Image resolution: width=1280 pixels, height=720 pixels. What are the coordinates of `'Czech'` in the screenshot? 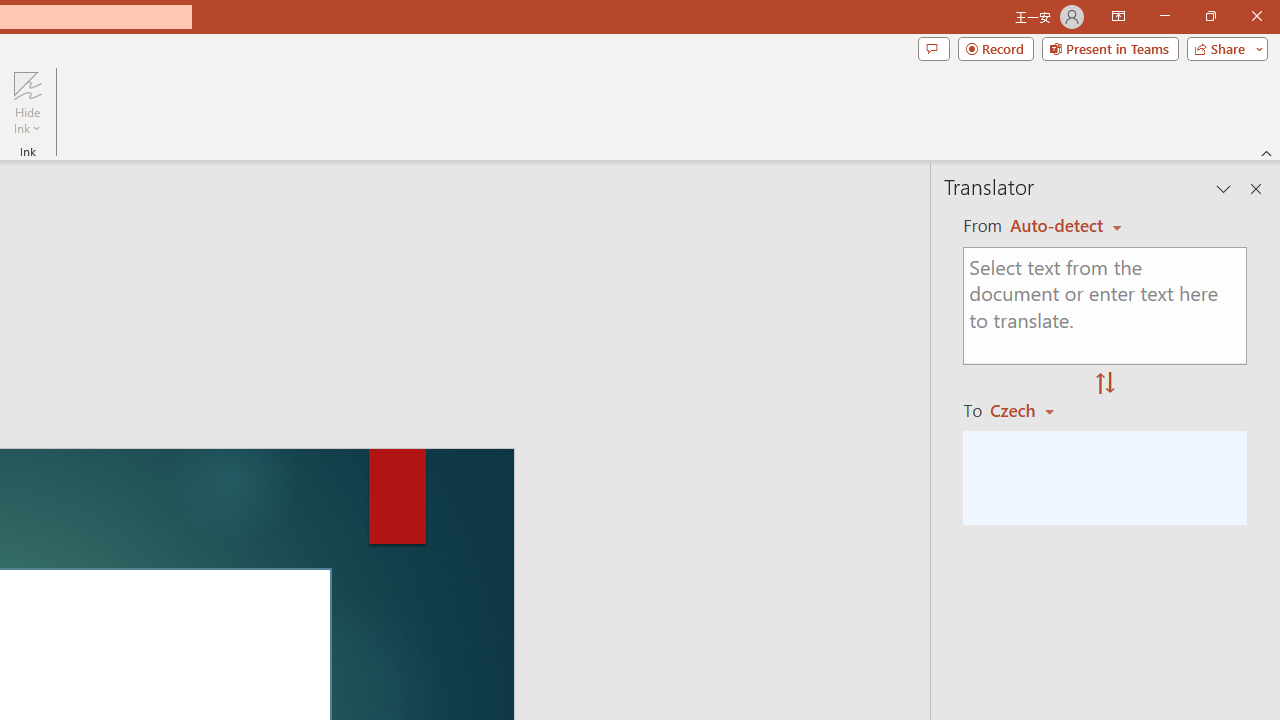 It's located at (1031, 409).